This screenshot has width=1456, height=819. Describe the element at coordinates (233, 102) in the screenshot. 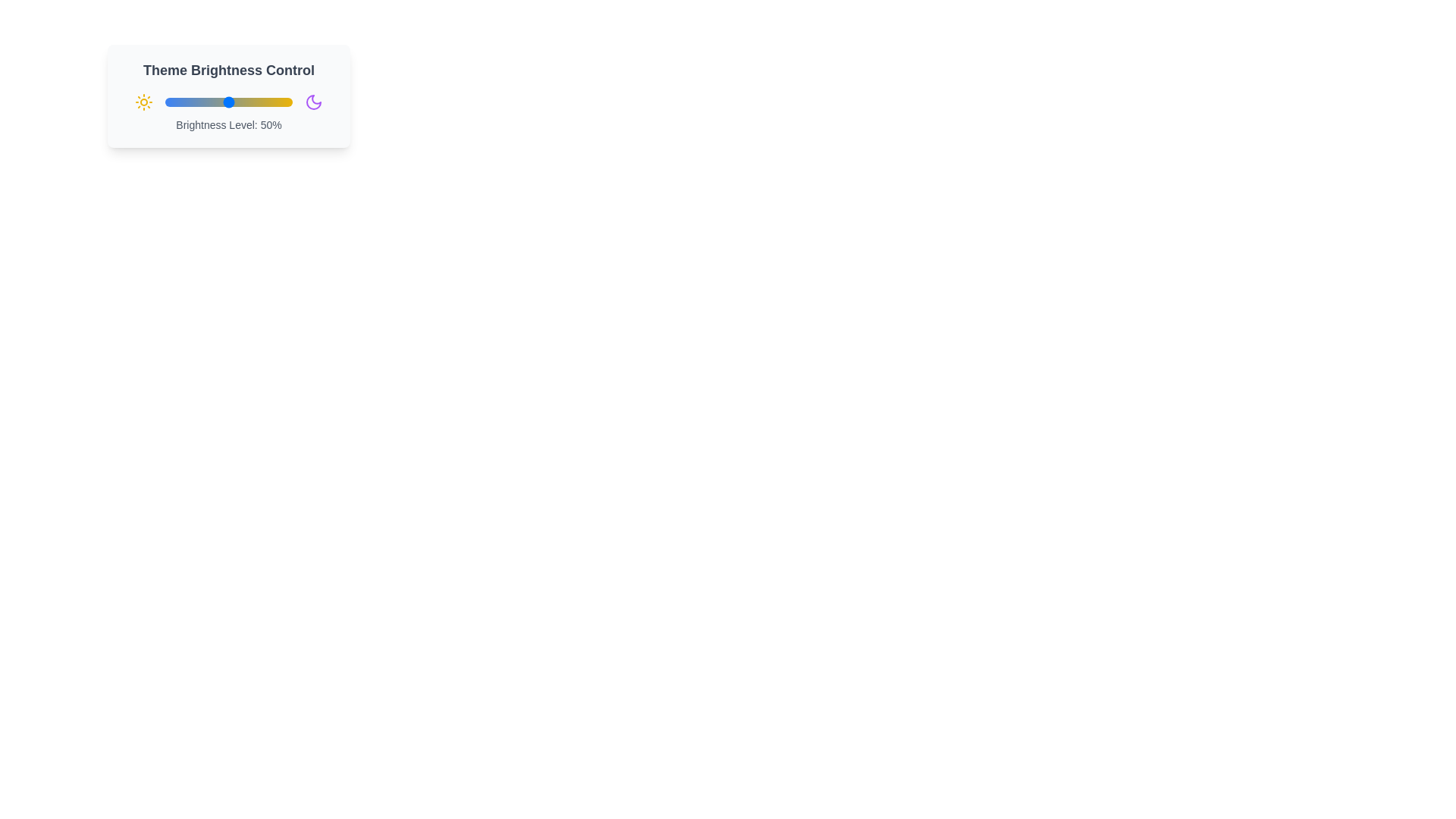

I see `the brightness slider to 54%` at that location.